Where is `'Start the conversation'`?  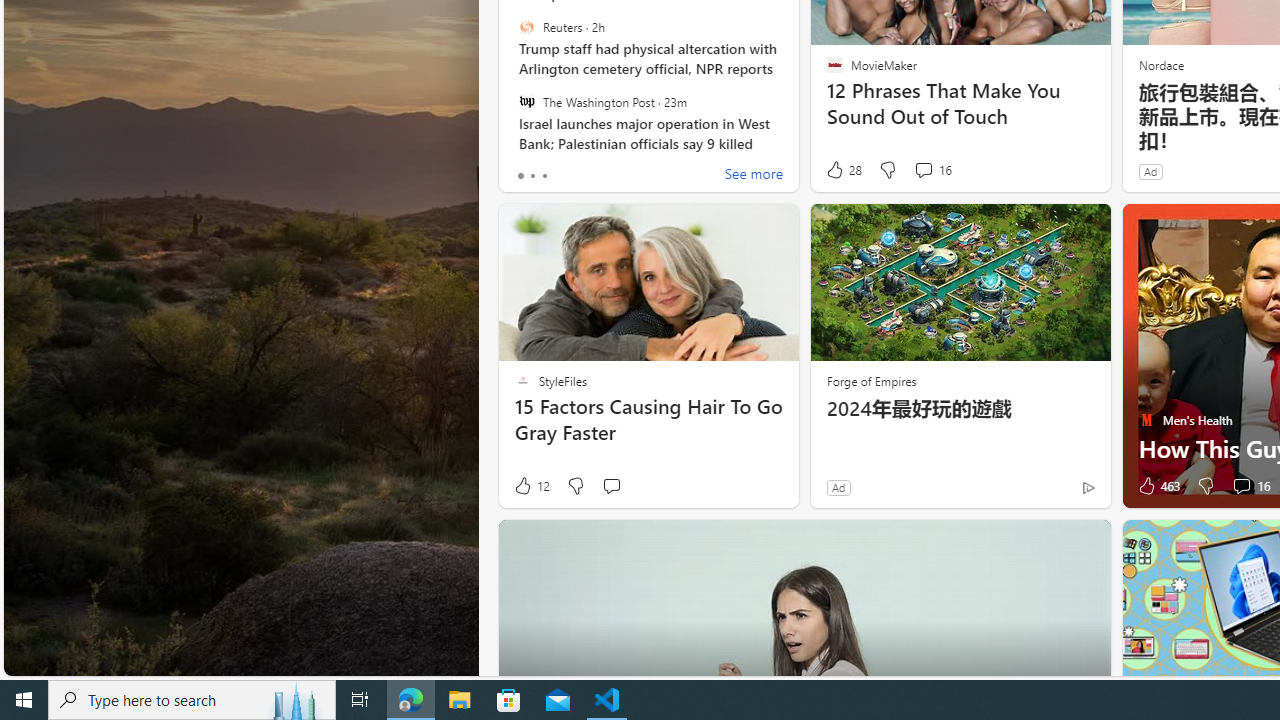
'Start the conversation' is located at coordinates (610, 486).